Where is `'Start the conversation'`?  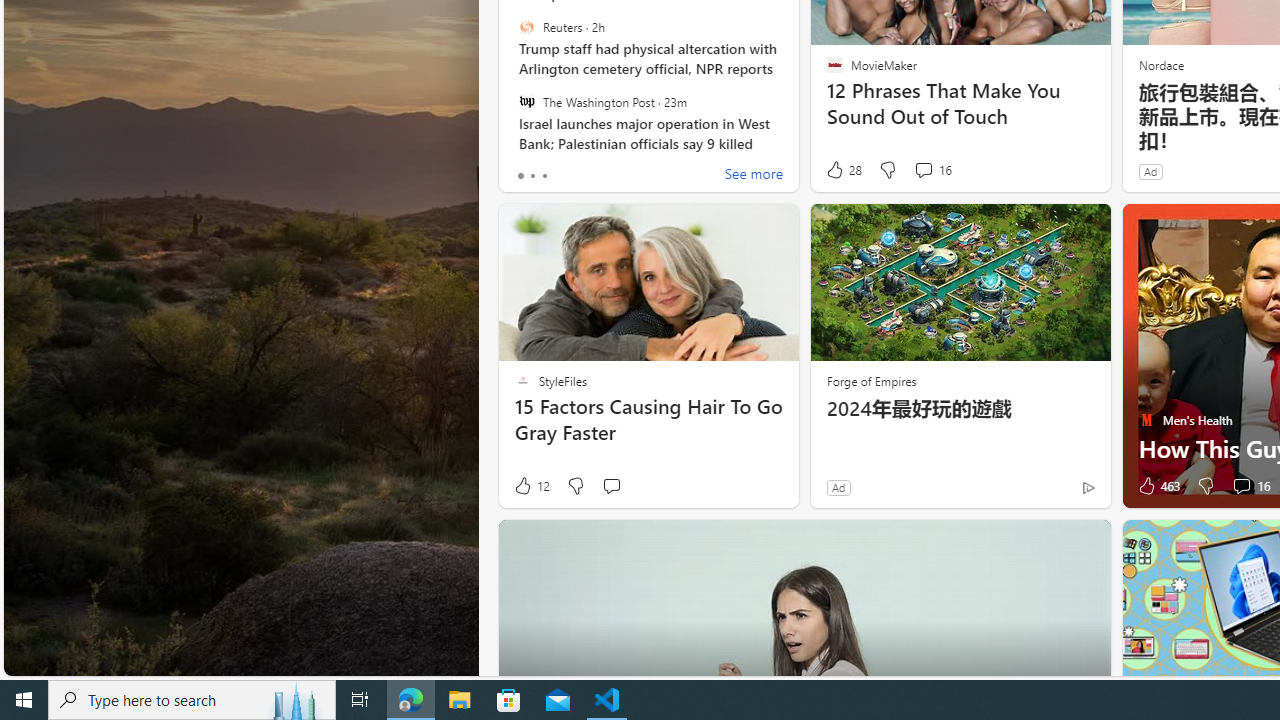
'Start the conversation' is located at coordinates (610, 486).